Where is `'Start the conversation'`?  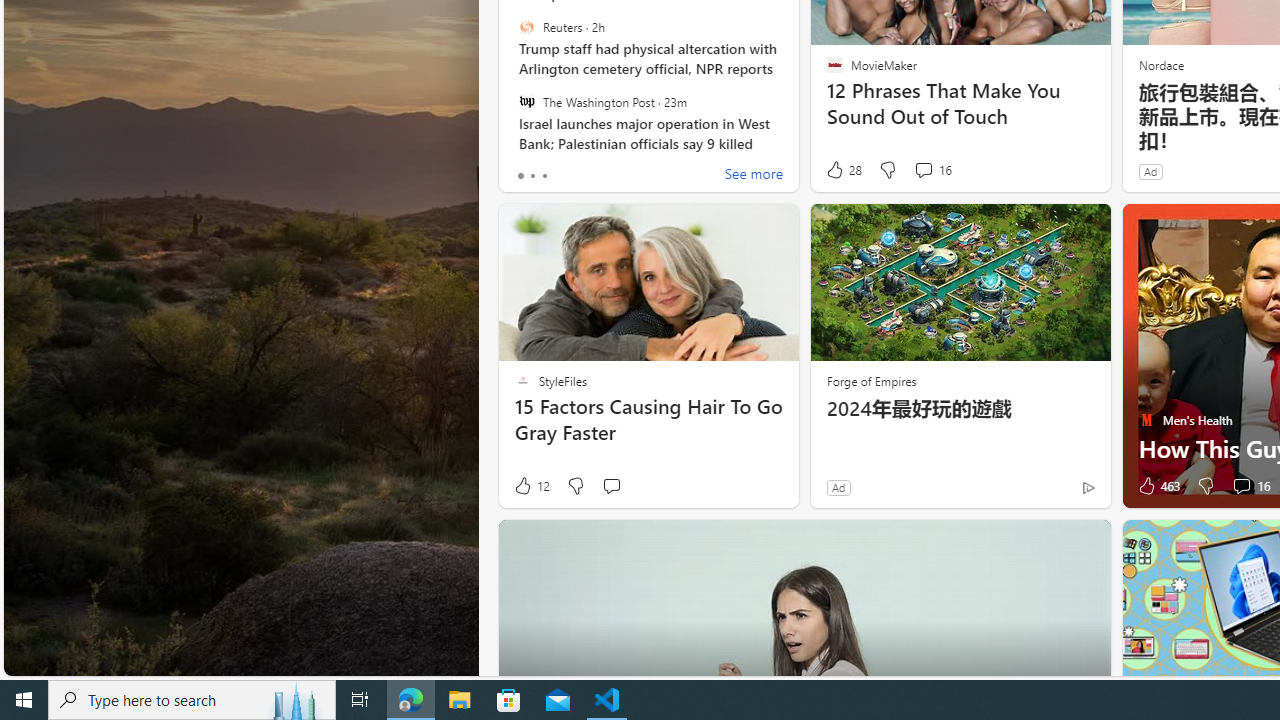
'Start the conversation' is located at coordinates (610, 486).